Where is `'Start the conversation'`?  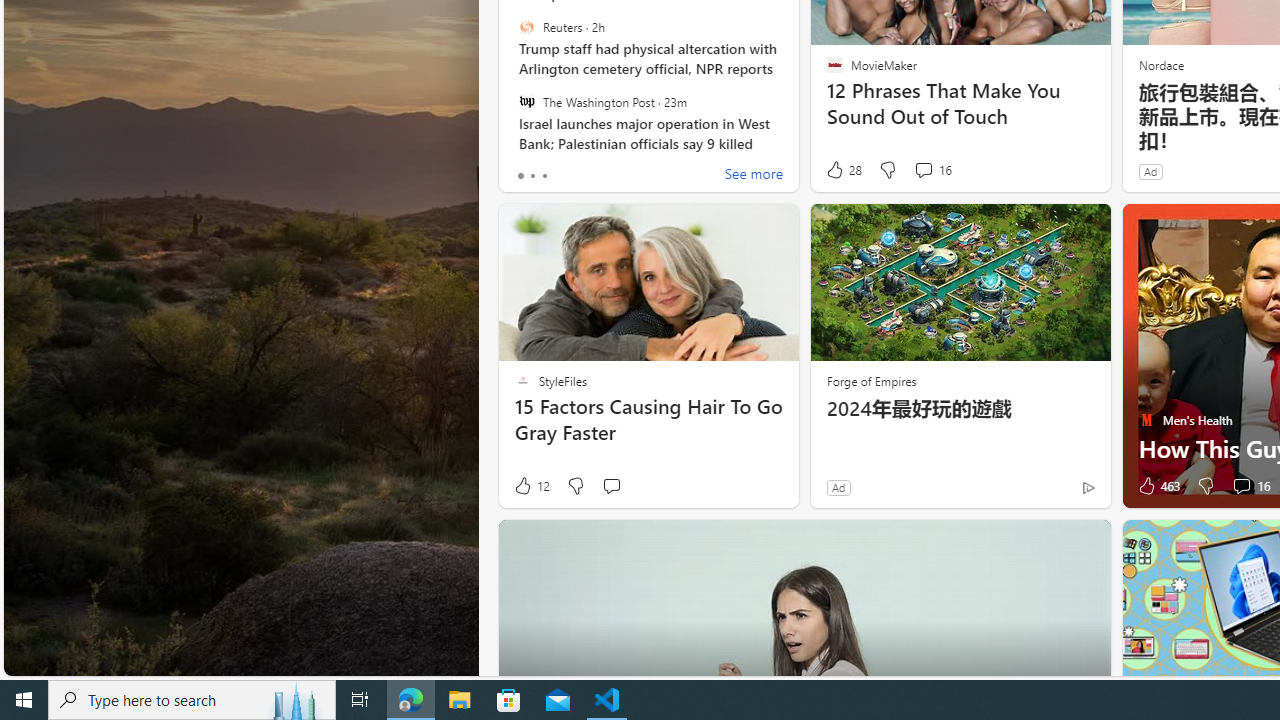
'Start the conversation' is located at coordinates (610, 486).